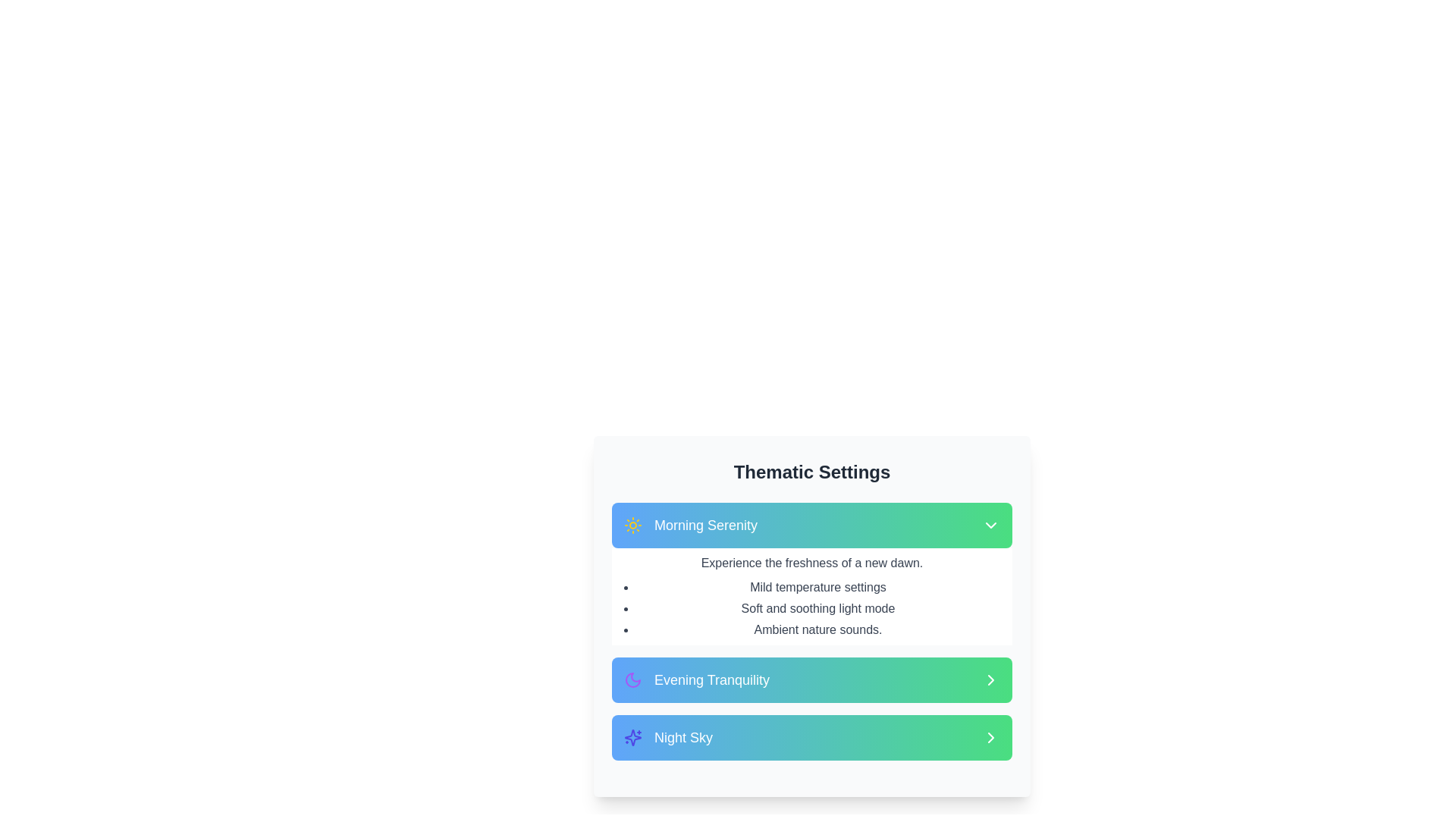 Image resolution: width=1456 pixels, height=819 pixels. What do you see at coordinates (711, 679) in the screenshot?
I see `the text label 'Evening Tranquility' within the button, styled with a medium font weight and light color, located under 'Thematic Settings' title as the second option in the list` at bounding box center [711, 679].